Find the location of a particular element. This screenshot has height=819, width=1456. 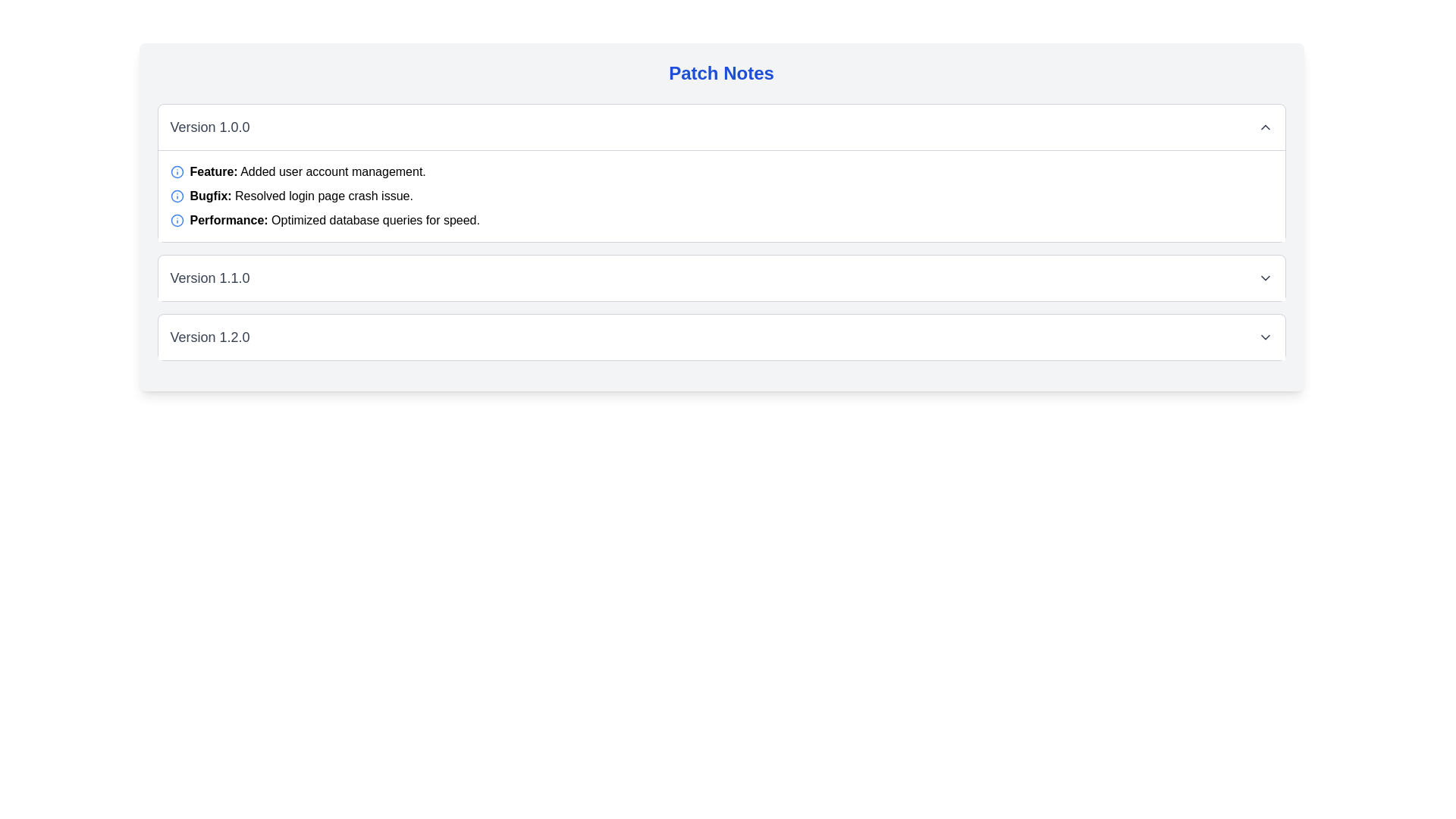

the upward-pointing chevron icon in the top-right corner of the 'Version 1.0.0' section is located at coordinates (1265, 127).